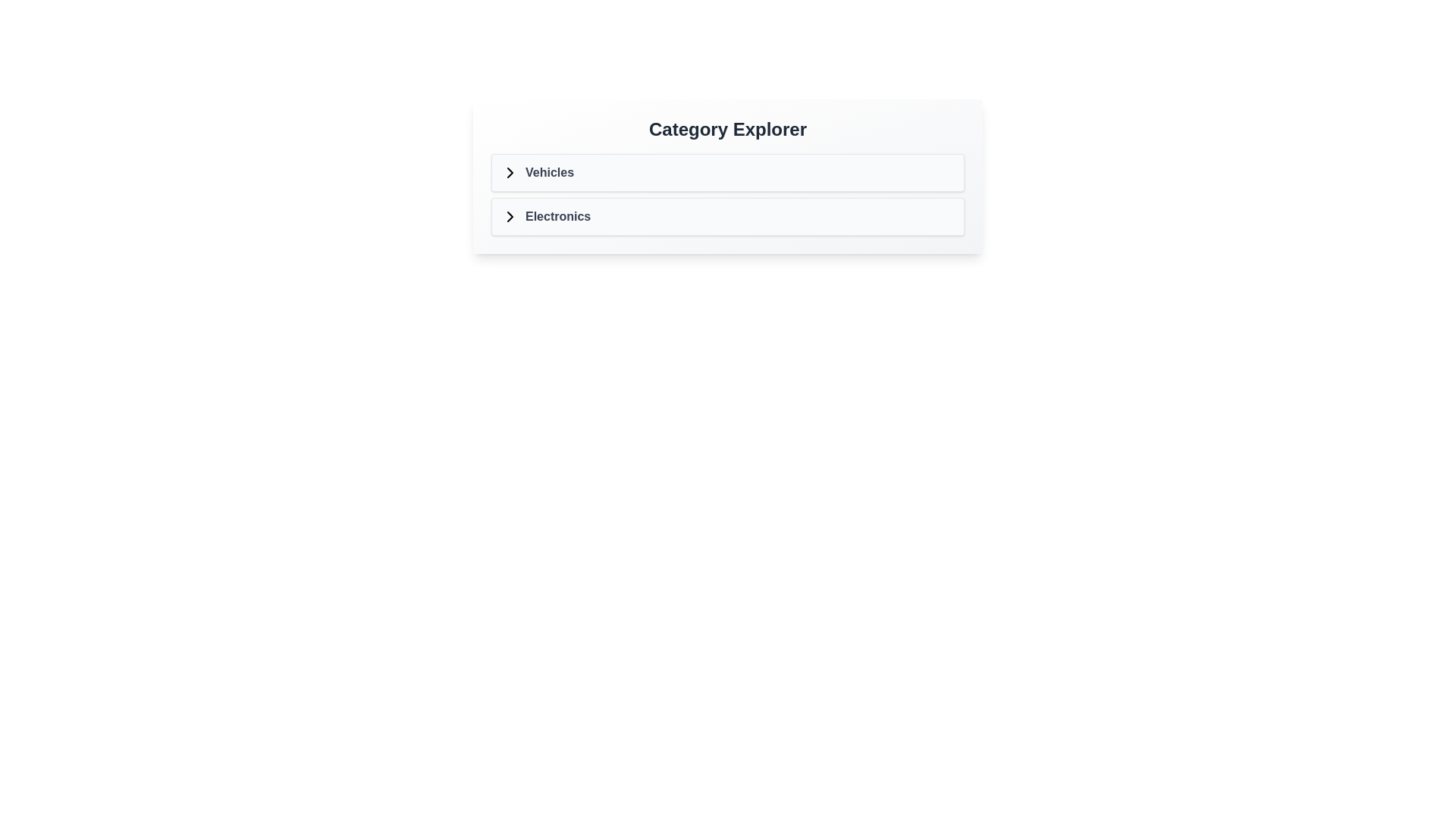 Image resolution: width=1456 pixels, height=819 pixels. What do you see at coordinates (510, 216) in the screenshot?
I see `the Chevron Icon located to the left of the 'Electronics' label in the 'Category Explorer' interface` at bounding box center [510, 216].